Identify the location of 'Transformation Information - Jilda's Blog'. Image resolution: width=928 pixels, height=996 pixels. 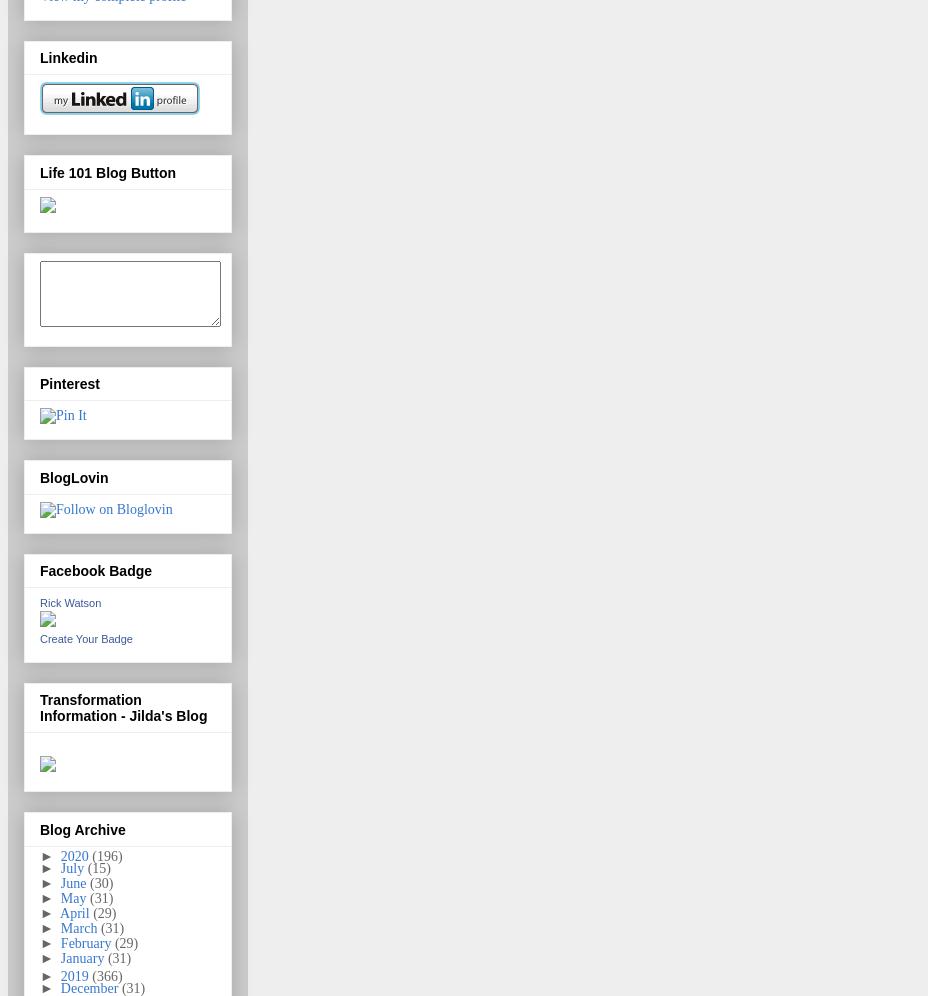
(123, 706).